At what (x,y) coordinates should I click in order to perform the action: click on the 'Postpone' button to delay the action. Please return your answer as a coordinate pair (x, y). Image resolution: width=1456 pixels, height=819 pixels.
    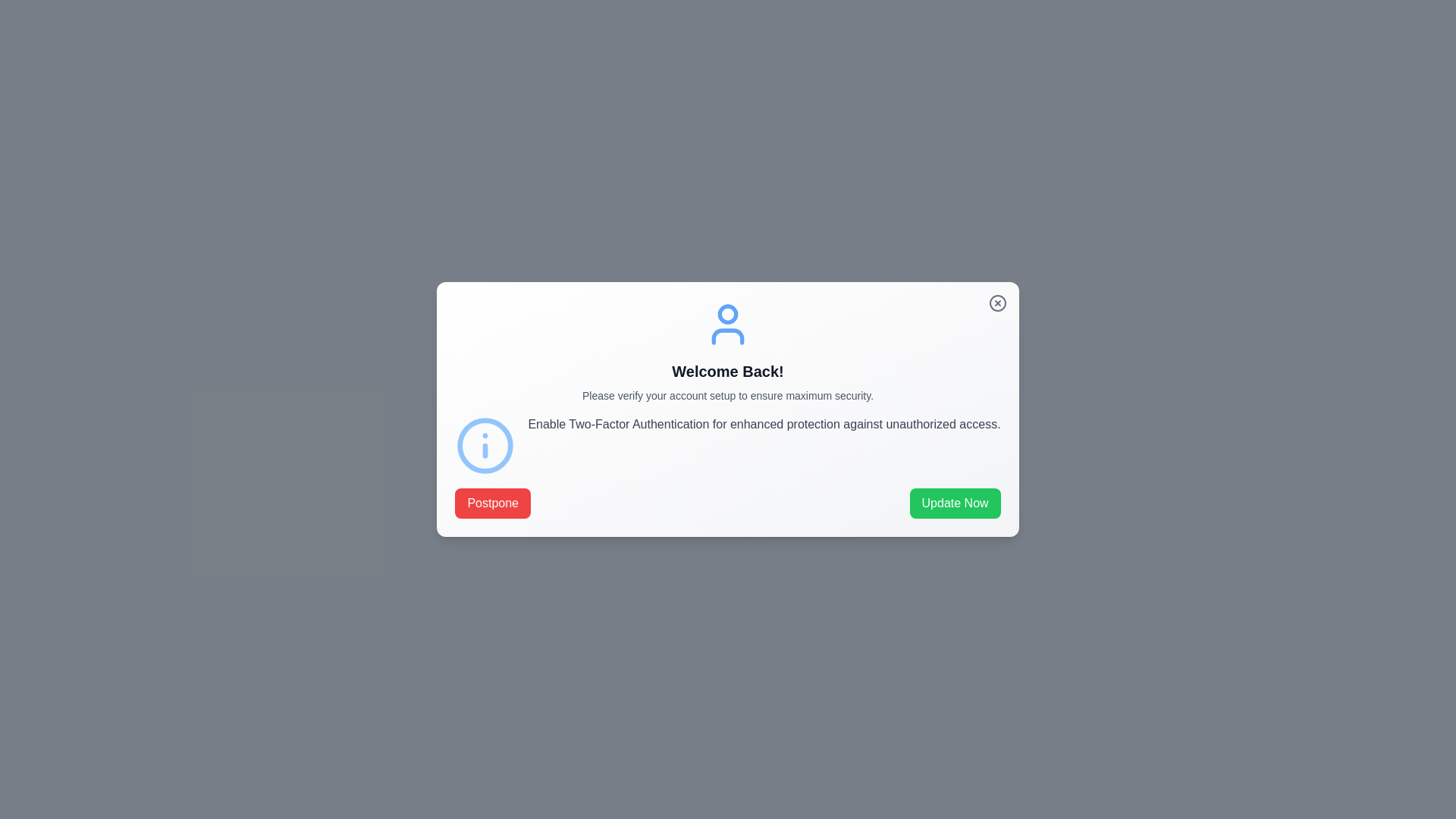
    Looking at the image, I should click on (493, 503).